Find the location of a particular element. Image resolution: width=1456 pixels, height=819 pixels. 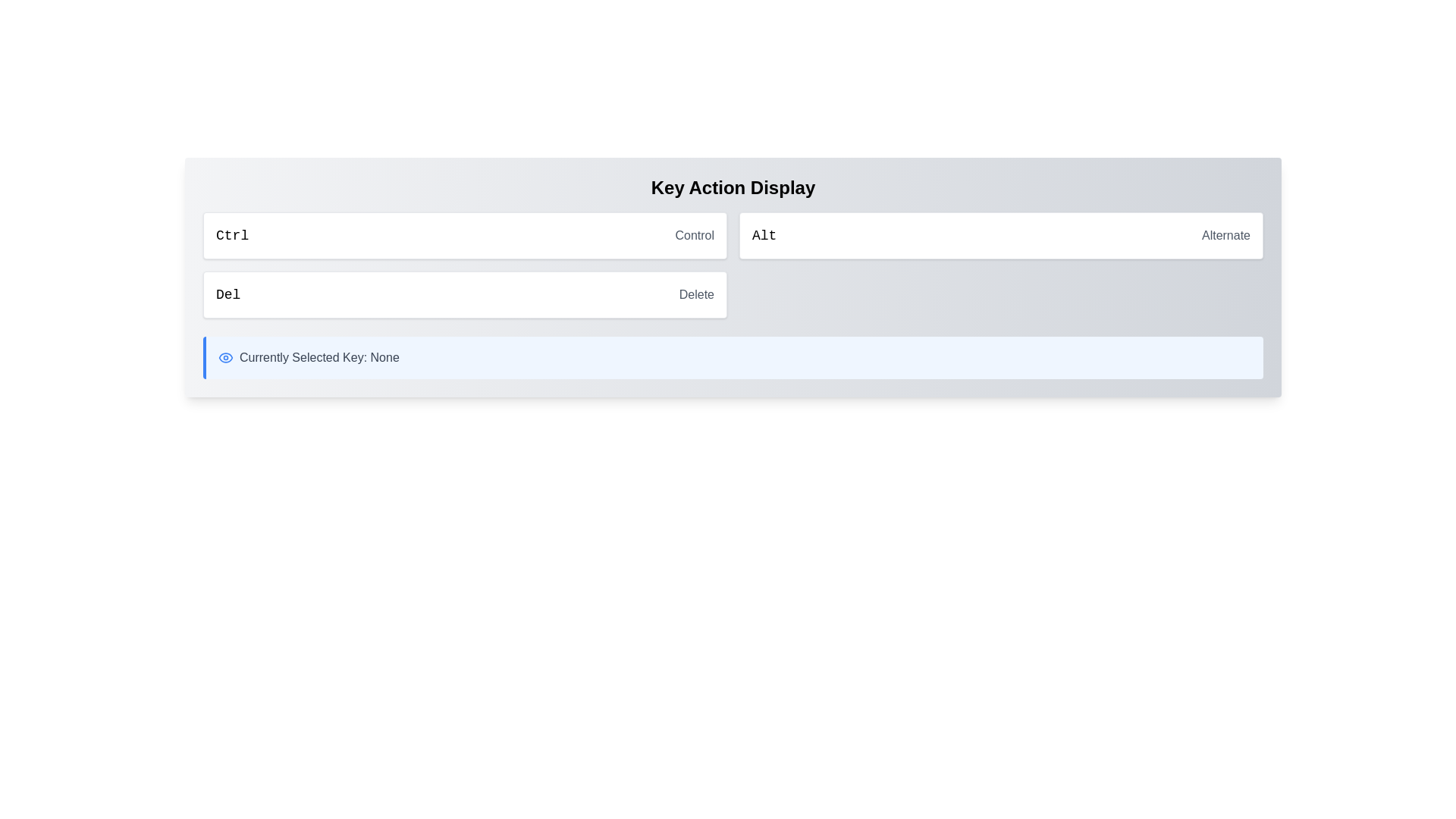

the visibility toggle icon located to the left of the text 'Currently Selected Key: None' on the light blue background bar is located at coordinates (224, 357).